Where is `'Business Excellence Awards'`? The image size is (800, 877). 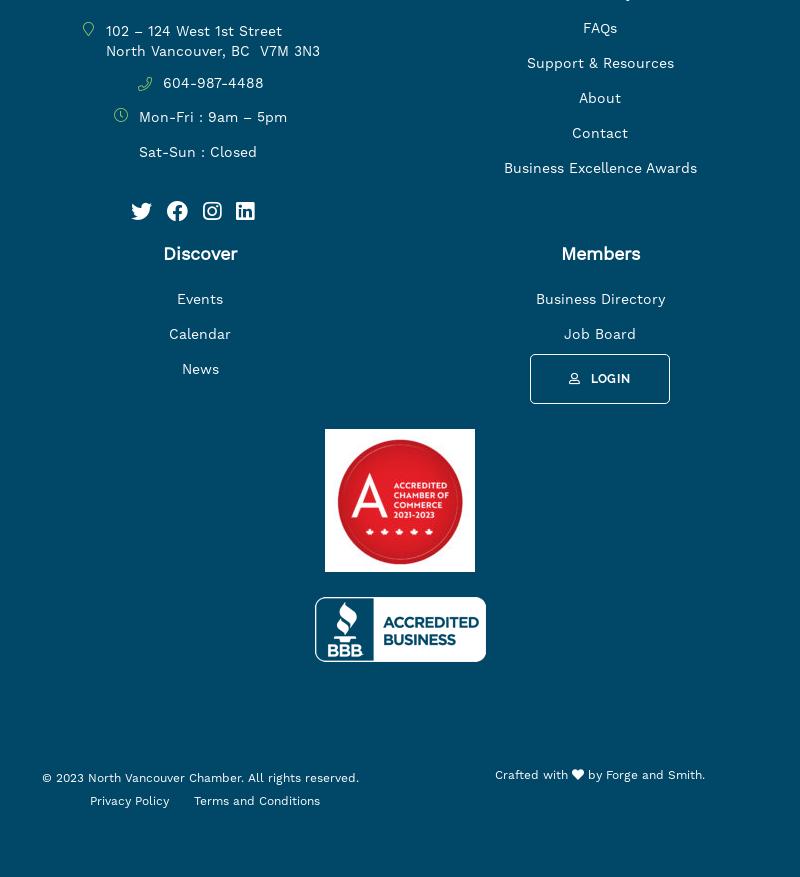 'Business Excellence Awards' is located at coordinates (598, 166).